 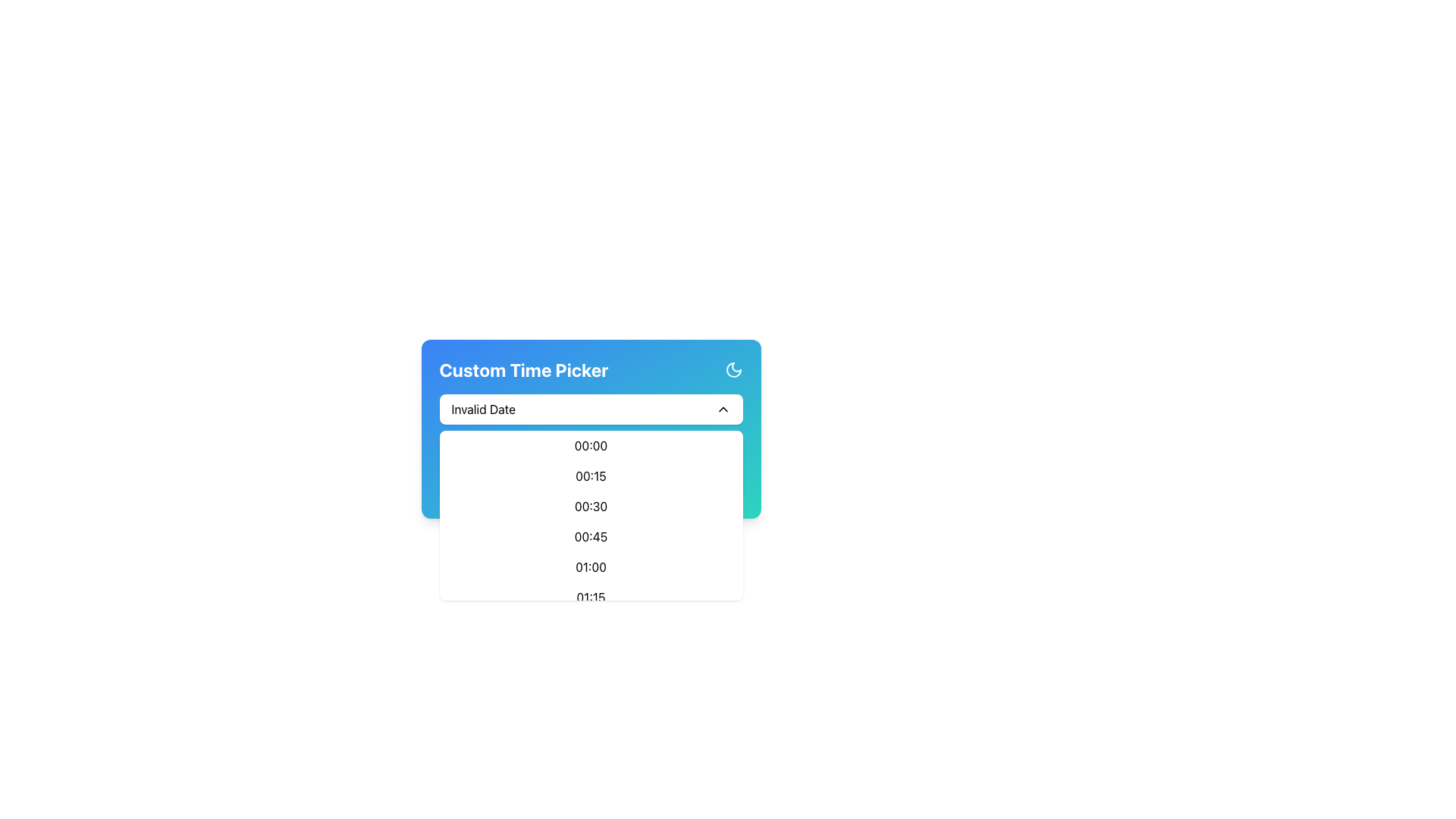 I want to click on the upward-pointing chevron icon located in the top-right corner of the 'Invalid Date' input field within the 'Custom Time Picker' component, so click(x=722, y=409).